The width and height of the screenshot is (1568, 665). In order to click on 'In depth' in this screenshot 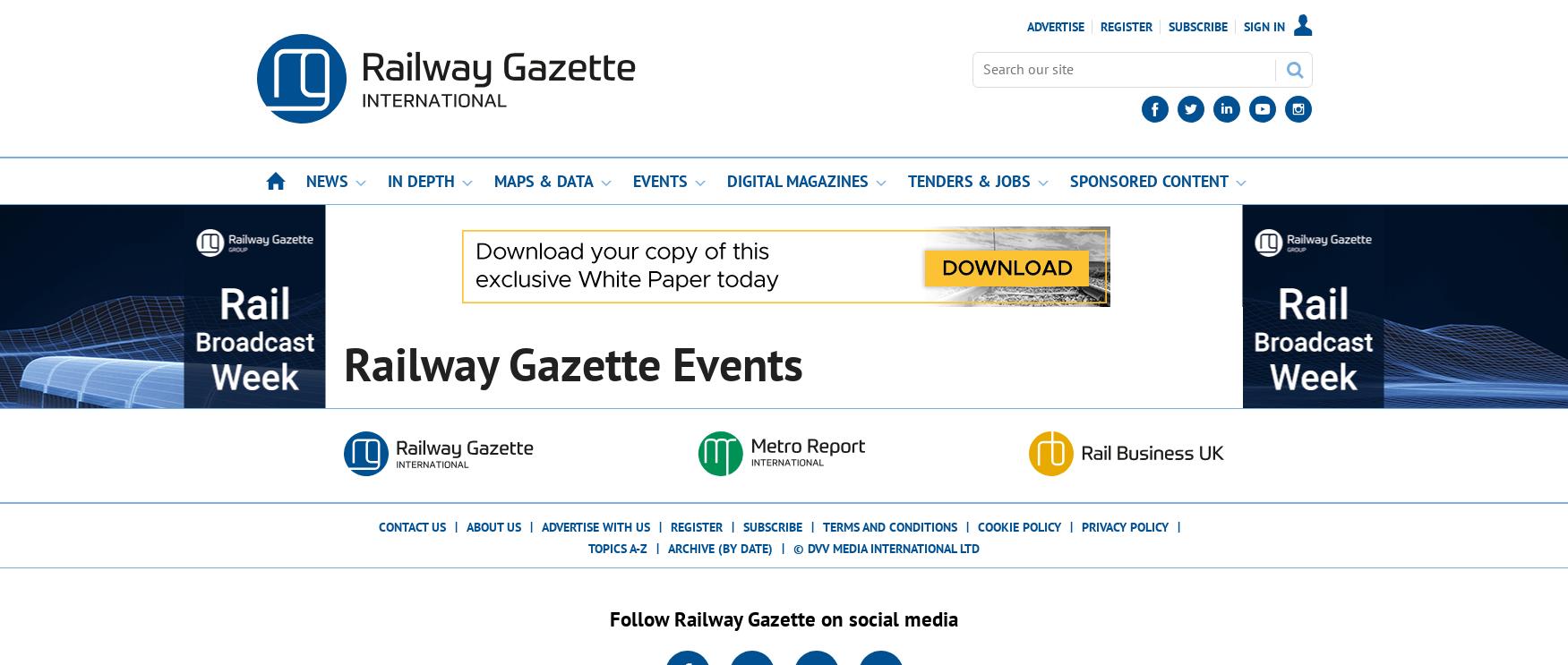, I will do `click(420, 180)`.